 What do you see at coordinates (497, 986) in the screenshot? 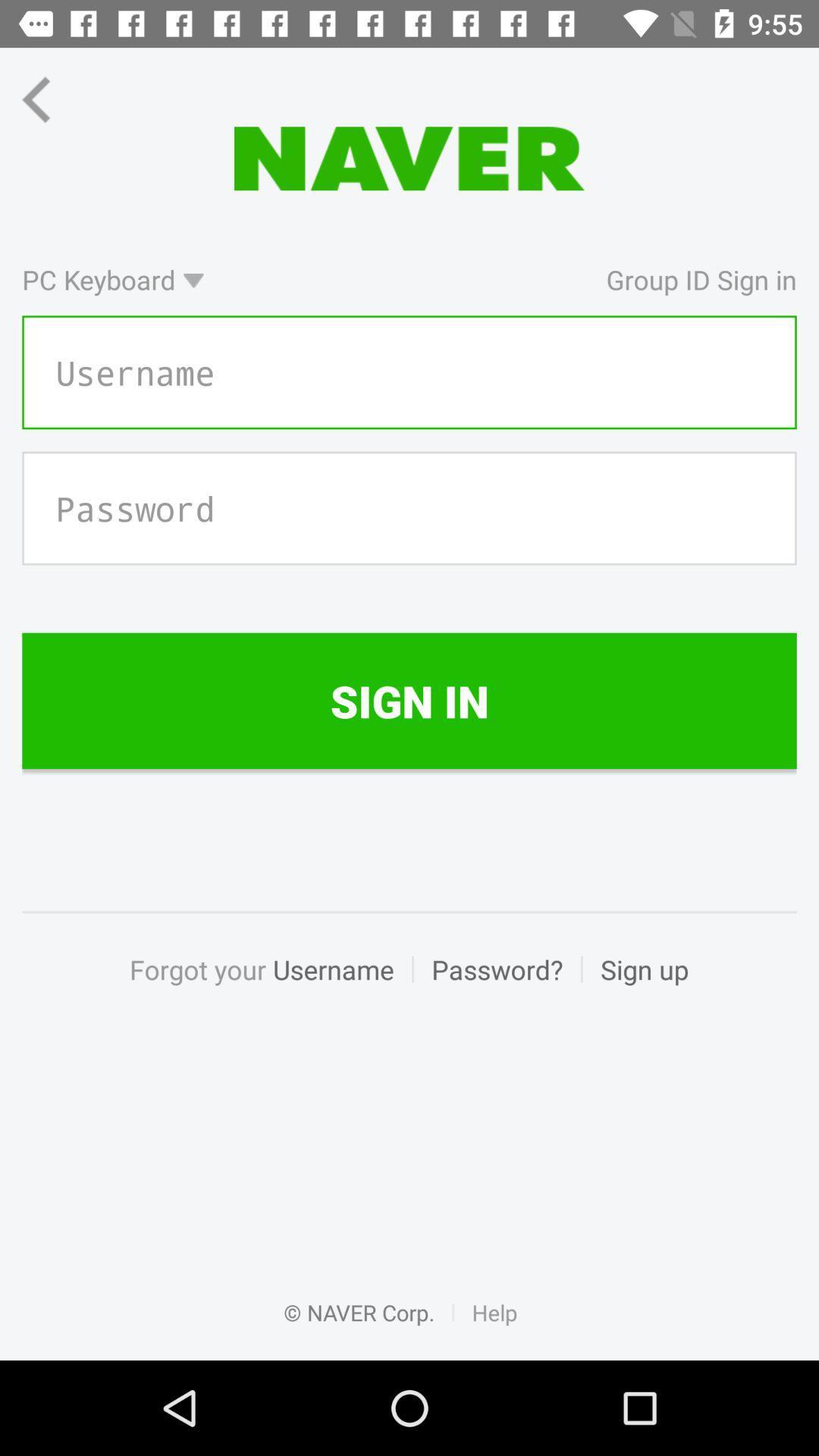
I see `password? item` at bounding box center [497, 986].